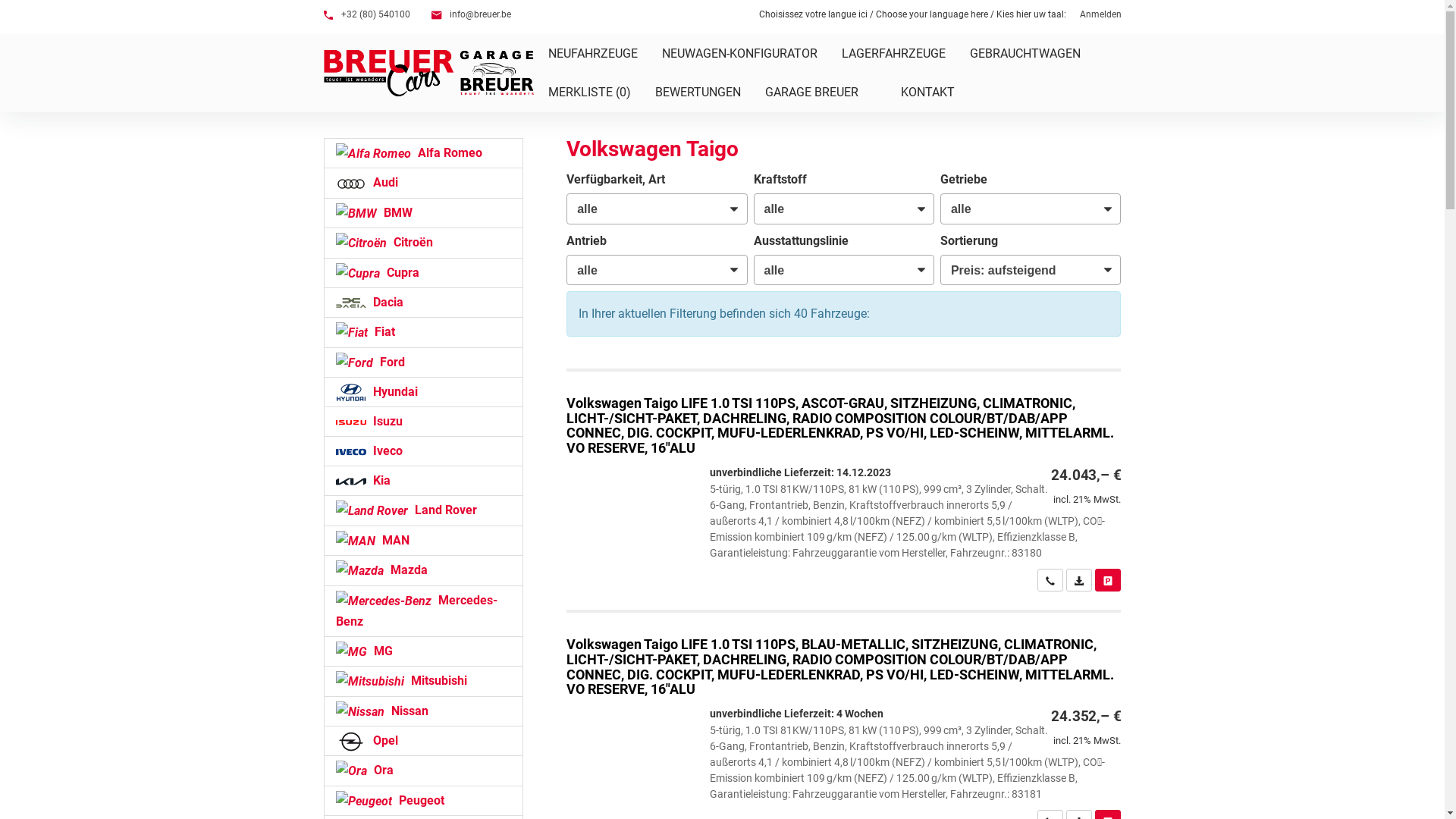 The height and width of the screenshot is (819, 1456). I want to click on '+32 (80) 540100', so click(322, 14).